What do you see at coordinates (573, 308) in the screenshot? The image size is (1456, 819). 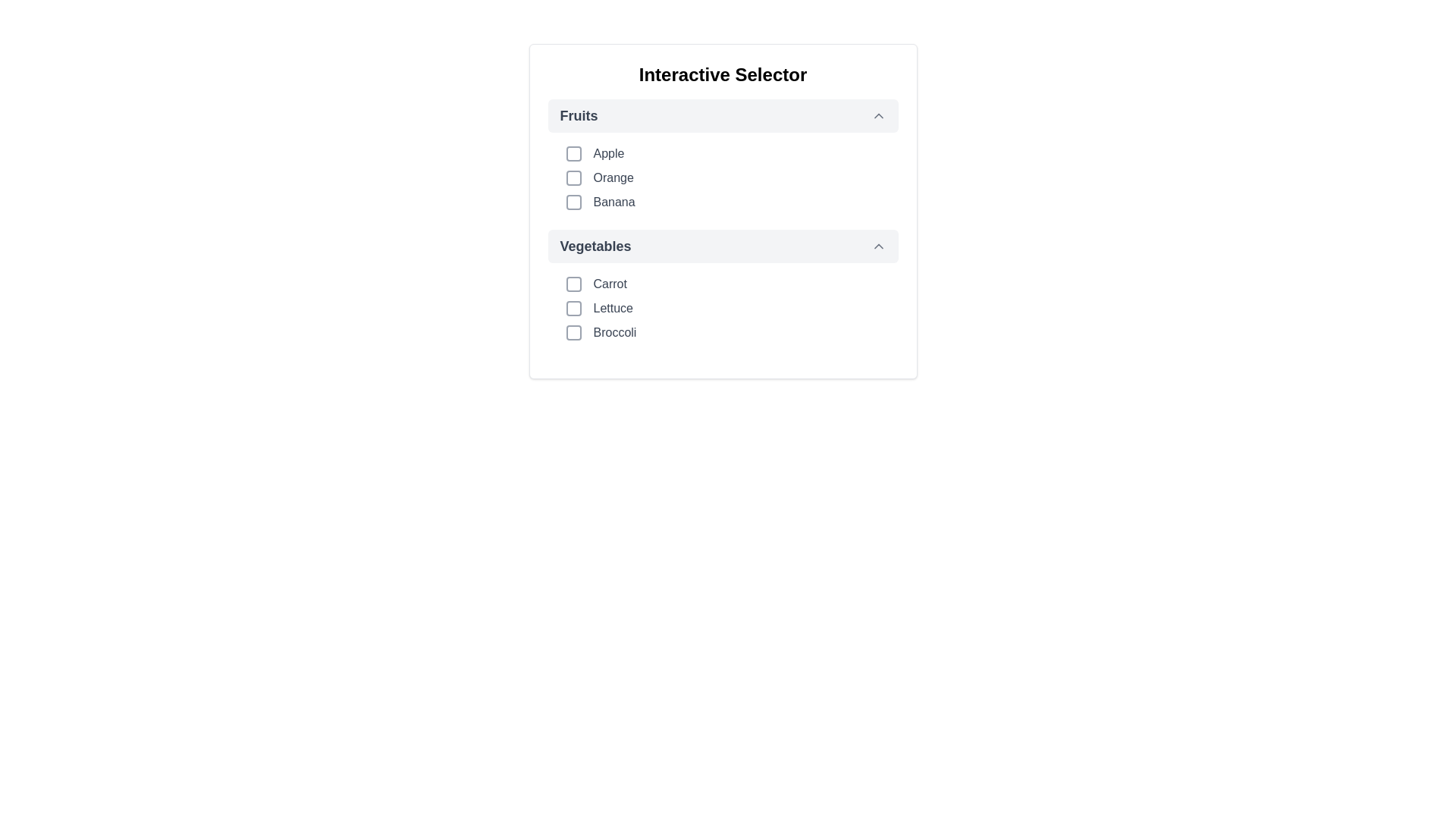 I see `the second checkbox in the 'Vegetables' category` at bounding box center [573, 308].